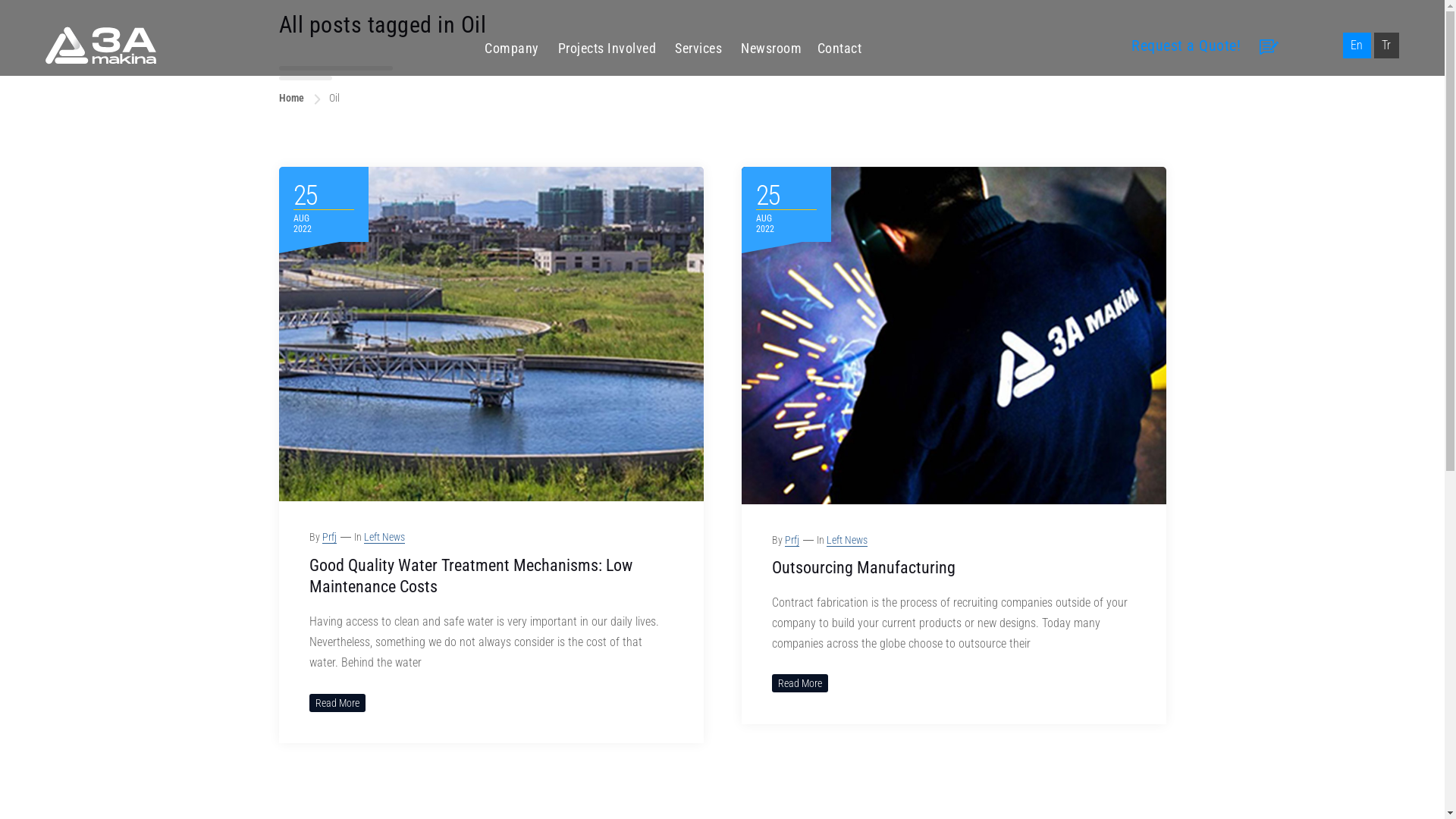 The width and height of the screenshot is (1456, 819). What do you see at coordinates (1131, 45) in the screenshot?
I see `'Request a Quote!'` at bounding box center [1131, 45].